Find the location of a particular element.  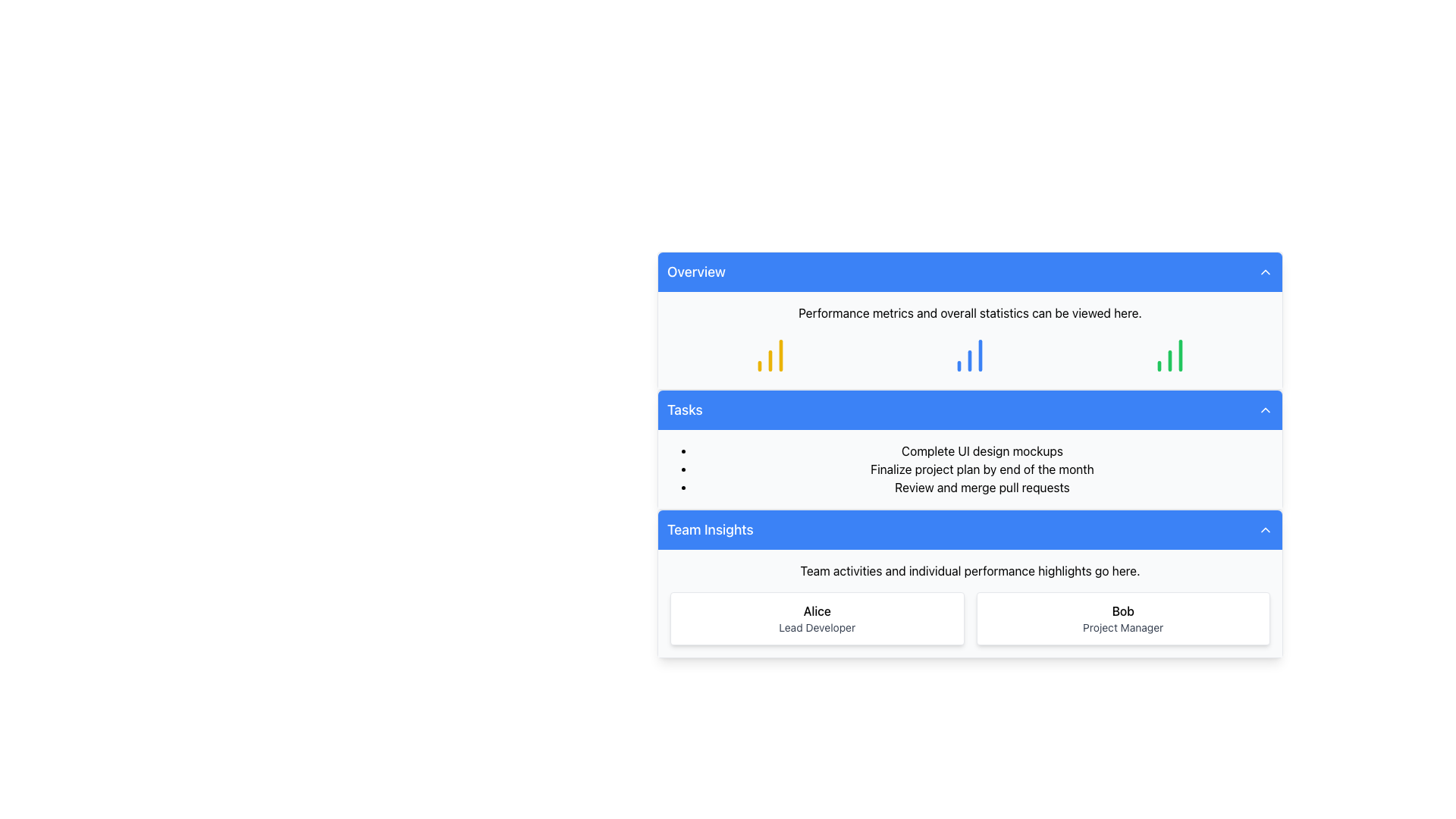

the text label displaying 'Project Manager' which is smaller and gray, located under the name 'Bob' in a card layout is located at coordinates (1123, 628).